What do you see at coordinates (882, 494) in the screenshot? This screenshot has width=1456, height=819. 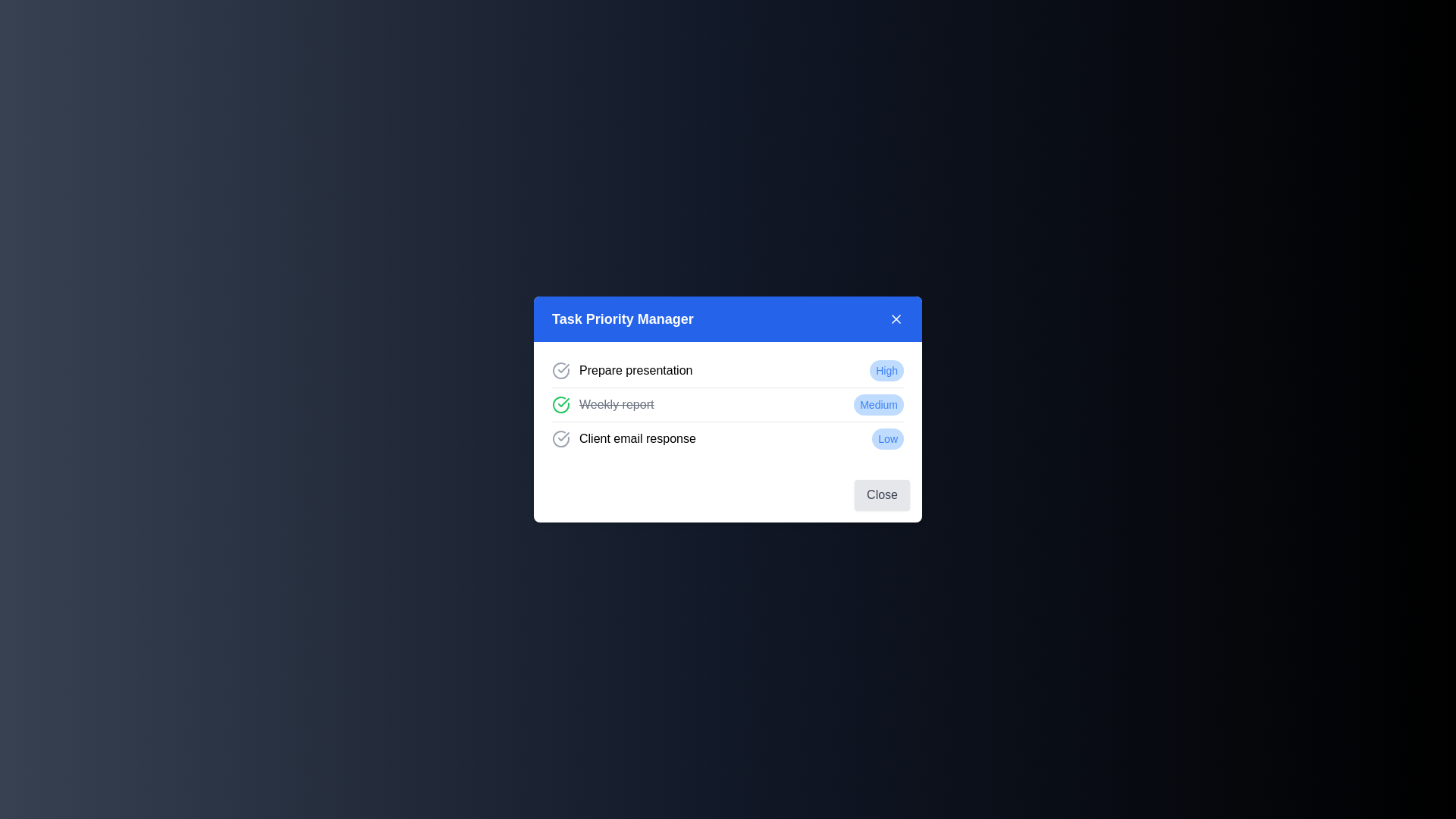 I see `the close button located at the bottom-right corner of the dialog box` at bounding box center [882, 494].